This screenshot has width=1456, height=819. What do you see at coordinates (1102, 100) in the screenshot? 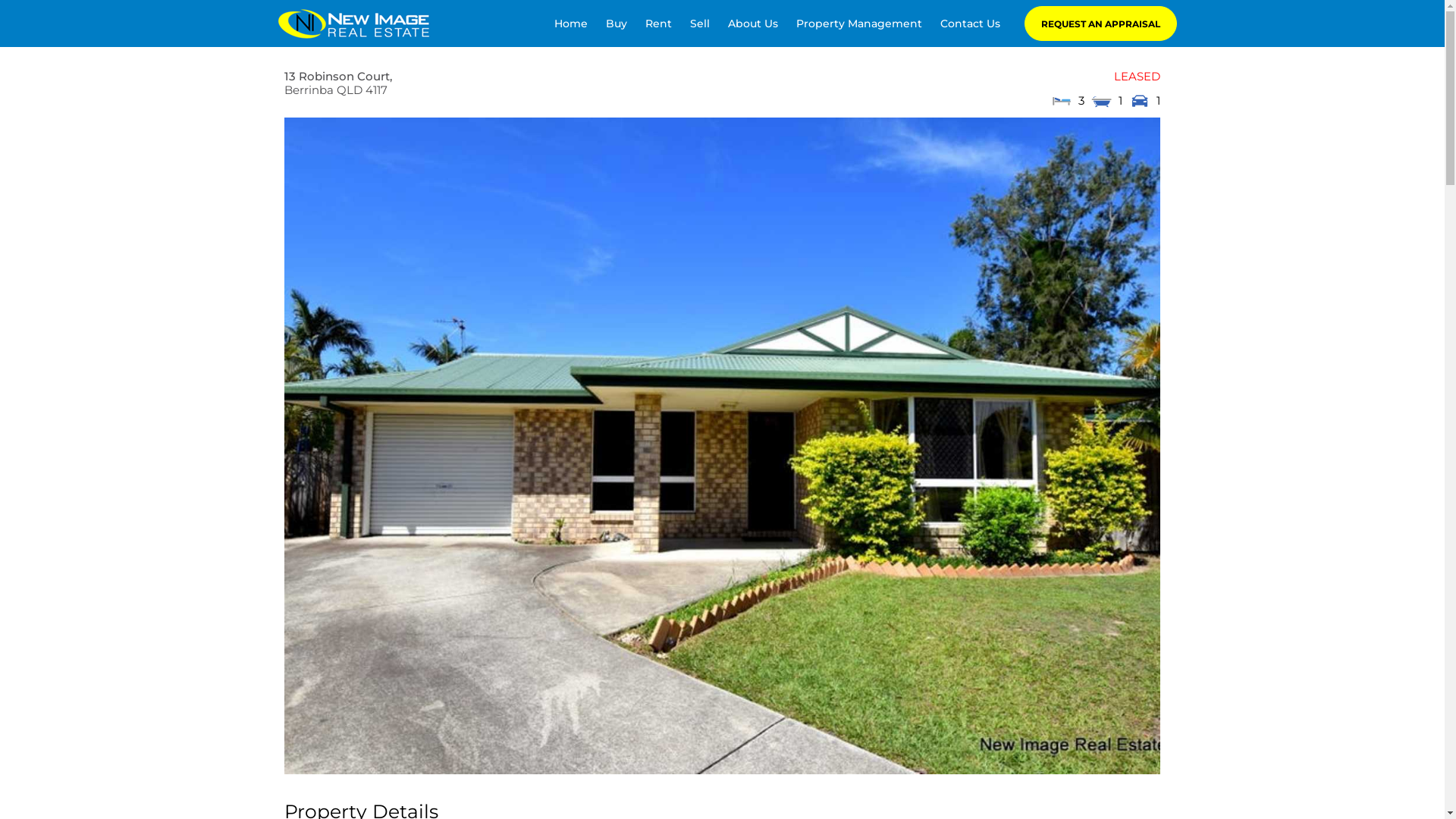
I see `'Bathrooms'` at bounding box center [1102, 100].